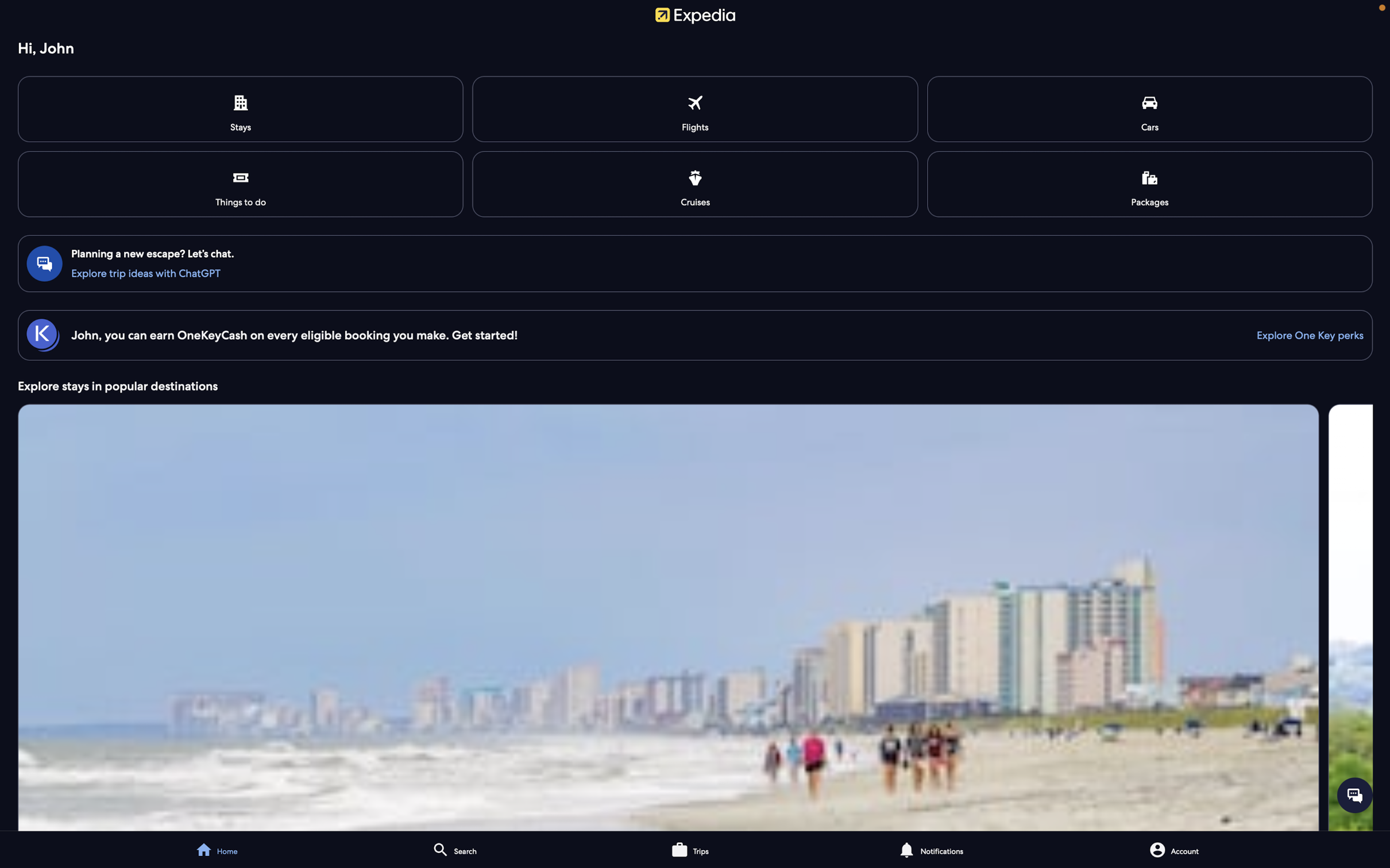 This screenshot has width=1390, height=868. I want to click on the explore stays feature, so click(695, 615).